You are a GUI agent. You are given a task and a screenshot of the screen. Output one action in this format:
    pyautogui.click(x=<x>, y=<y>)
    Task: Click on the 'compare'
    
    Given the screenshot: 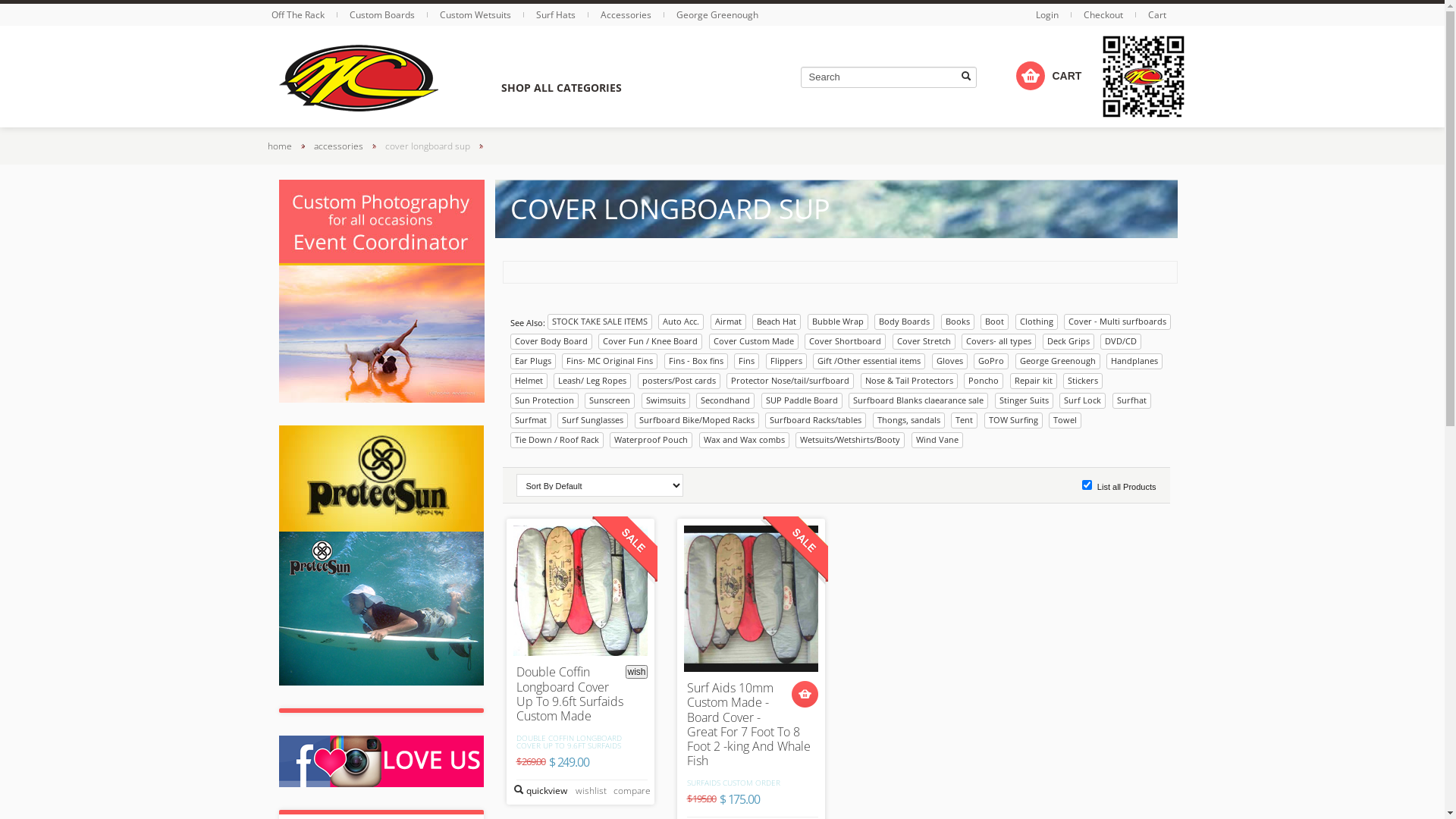 What is the action you would take?
    pyautogui.click(x=629, y=789)
    